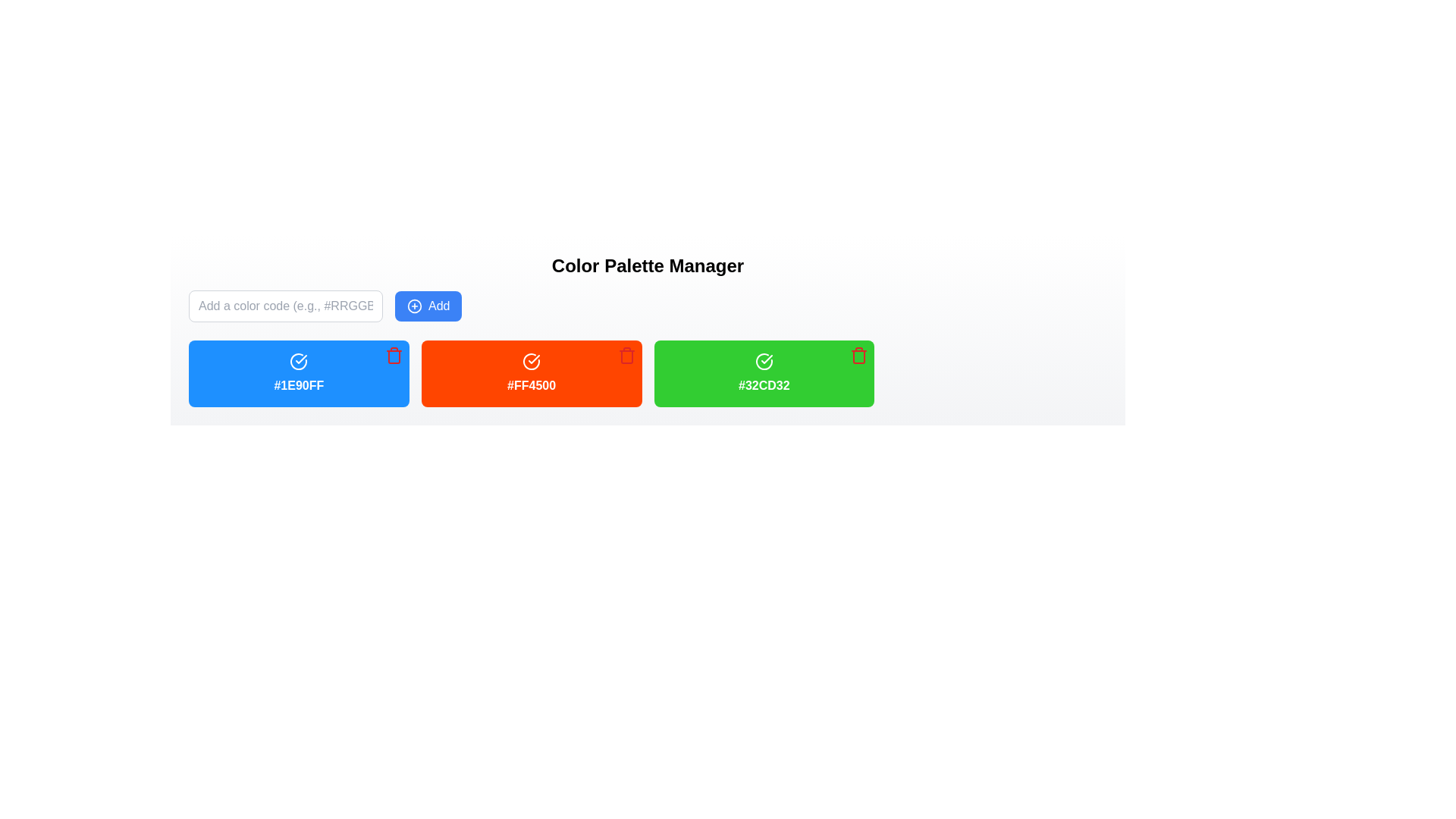  I want to click on the delete icon button located at the top-right corner of the green card labeled '#32CD32', so click(859, 356).